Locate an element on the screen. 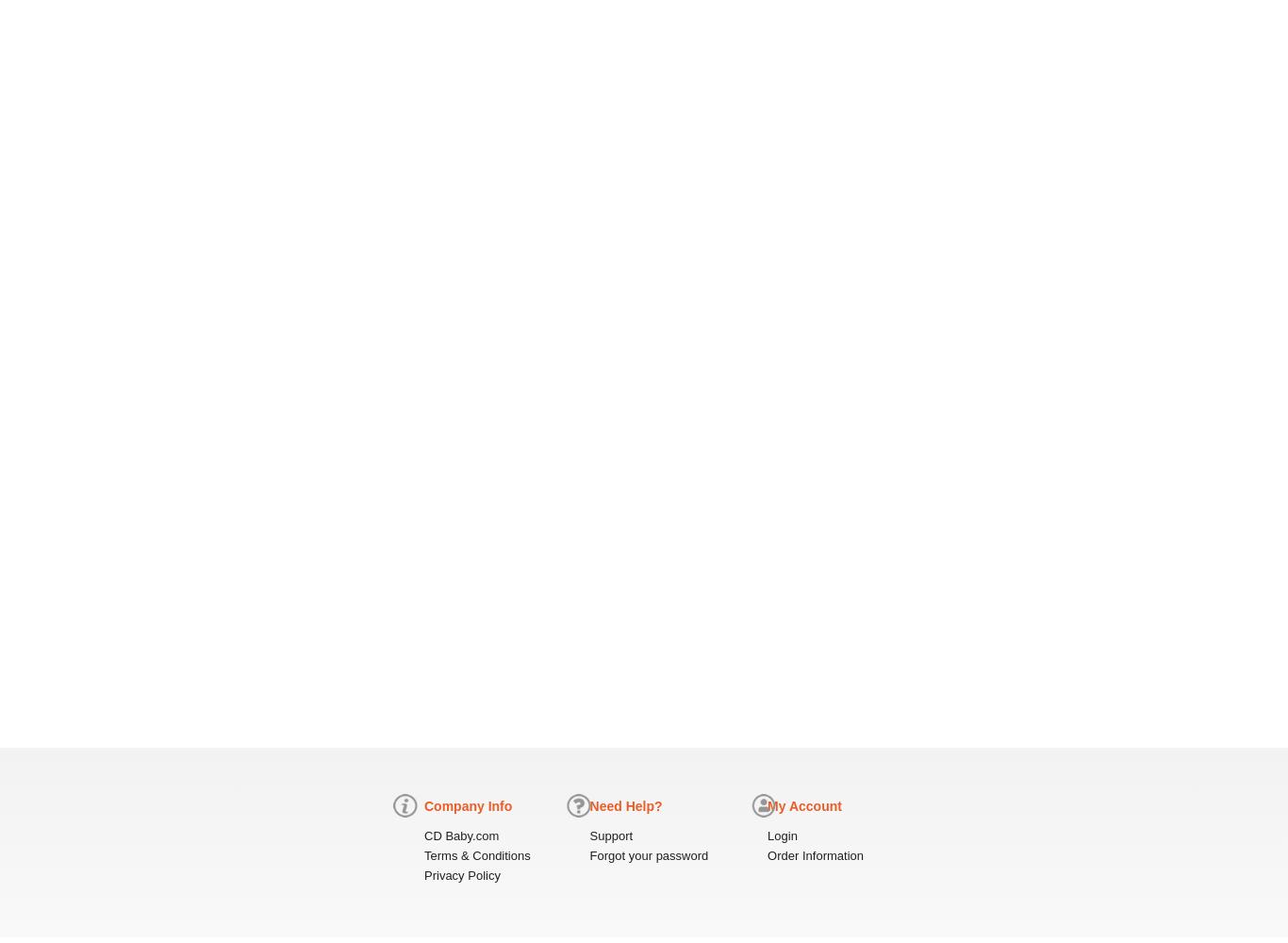 Image resolution: width=1288 pixels, height=943 pixels. 'Privacy Policy' is located at coordinates (422, 875).